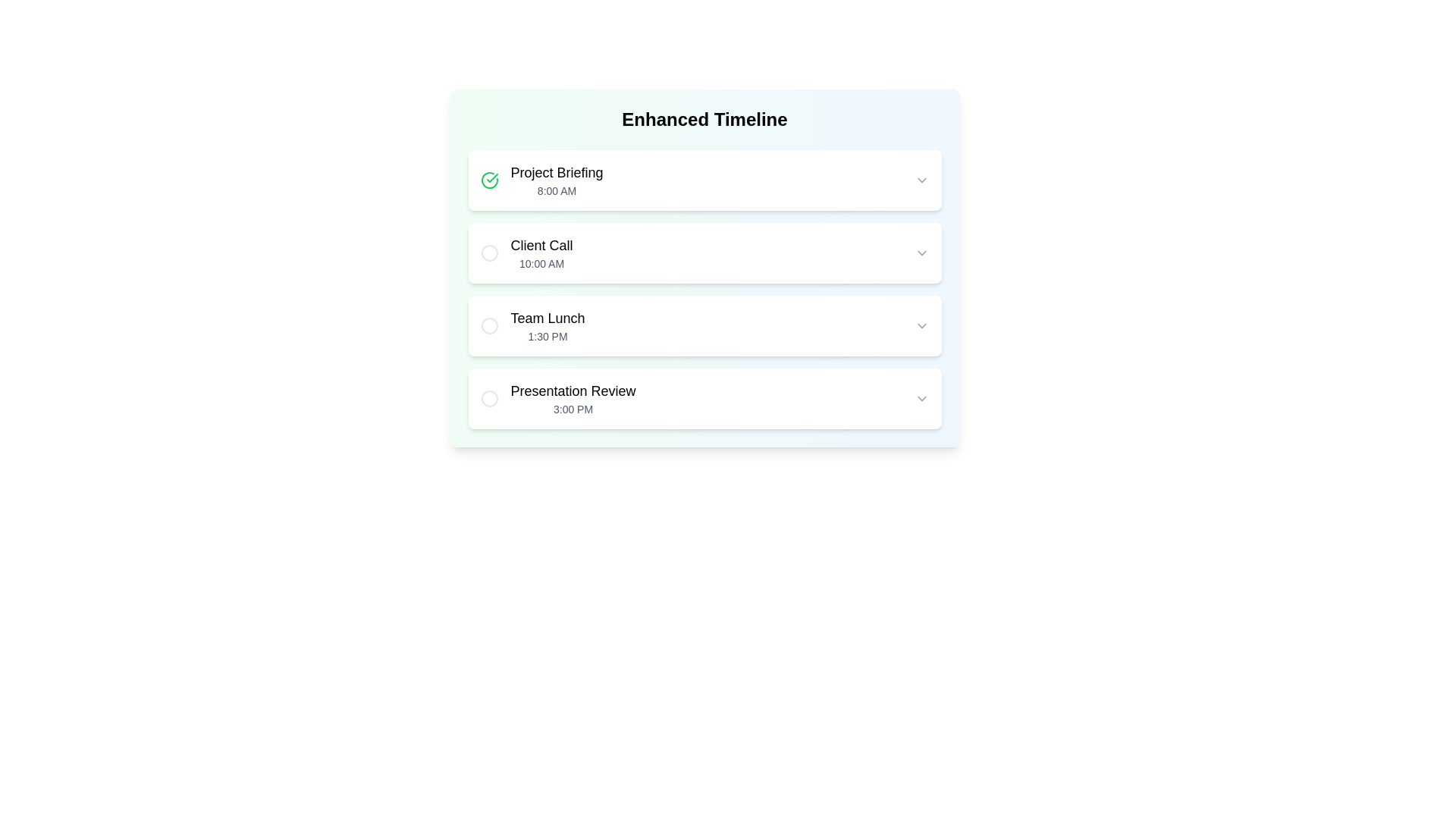 The image size is (1456, 819). What do you see at coordinates (704, 268) in the screenshot?
I see `contents of the timeline card component labeled 'Client Call' which is the second card in the sequence, featuring a gradient background and multiple sections with dropdown arrows` at bounding box center [704, 268].